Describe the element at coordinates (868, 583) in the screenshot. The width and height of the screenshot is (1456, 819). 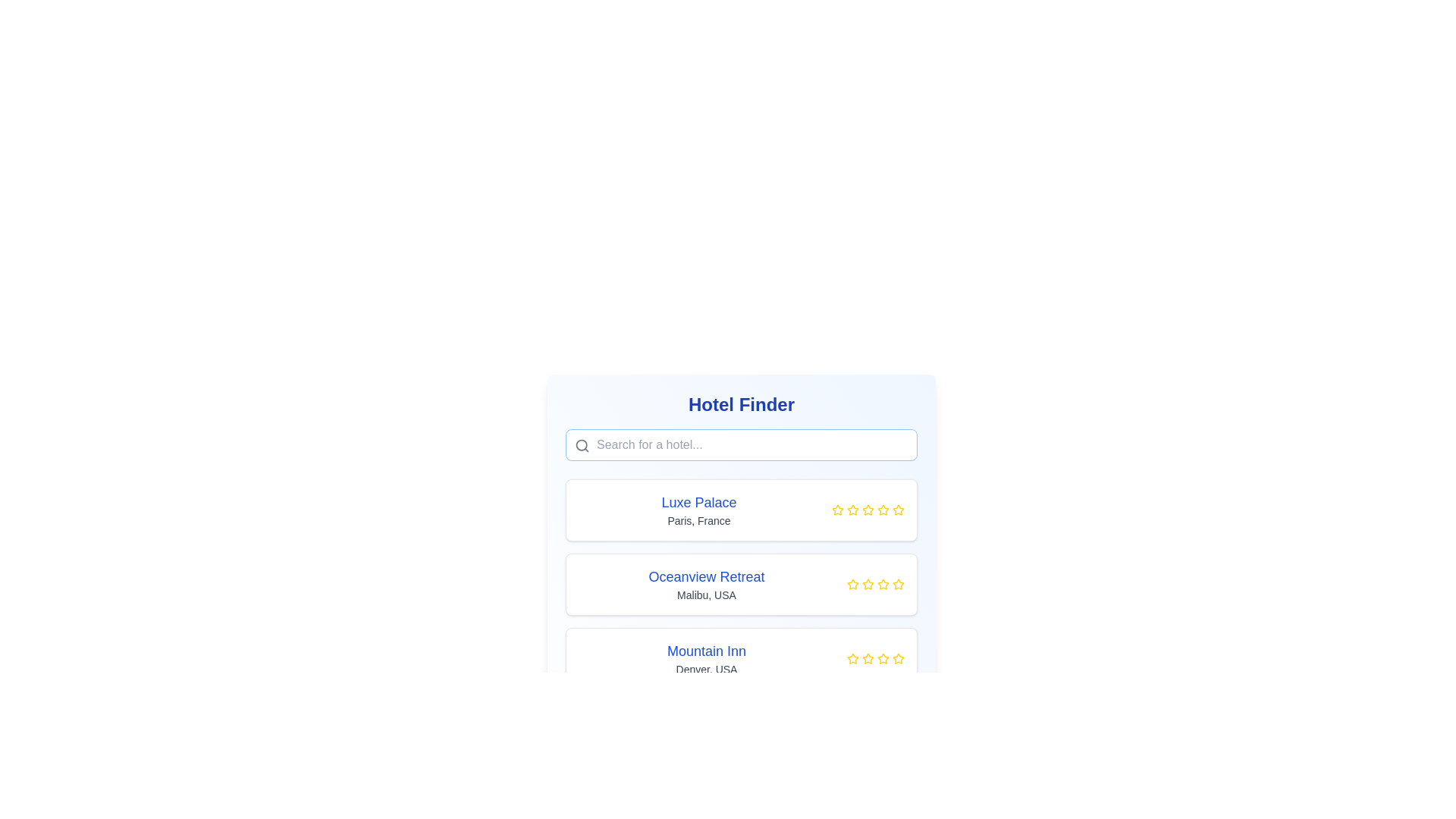
I see `the second star in the Star Rating Icon for the 'Oceanview Retreat' entry` at that location.